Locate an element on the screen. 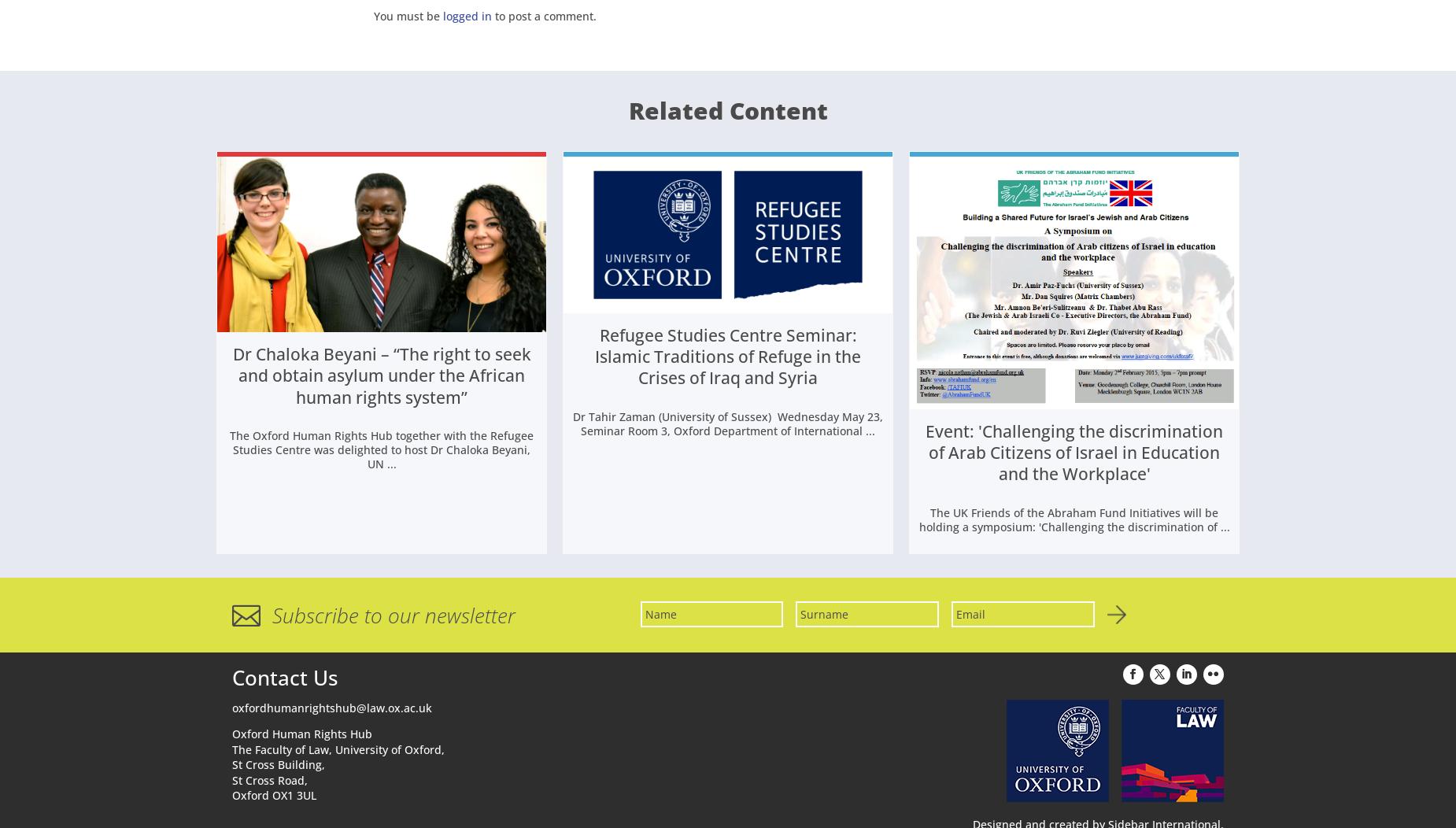 The height and width of the screenshot is (828, 1456). 'oxfordhumanrightshub@law.ox.ac.uk' is located at coordinates (331, 709).